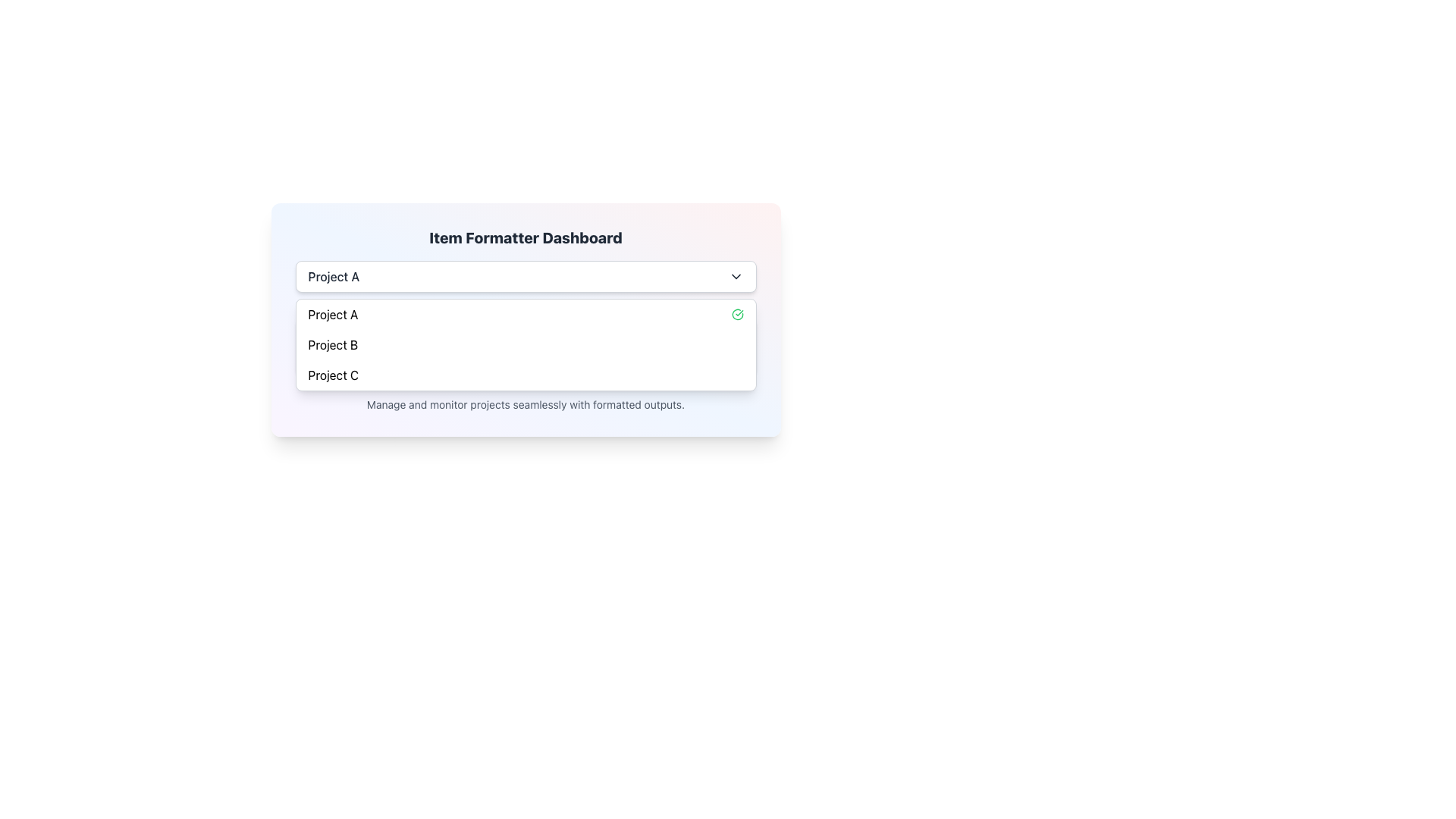 This screenshot has height=819, width=1456. What do you see at coordinates (526, 314) in the screenshot?
I see `the List Item element displaying 'Project A'` at bounding box center [526, 314].